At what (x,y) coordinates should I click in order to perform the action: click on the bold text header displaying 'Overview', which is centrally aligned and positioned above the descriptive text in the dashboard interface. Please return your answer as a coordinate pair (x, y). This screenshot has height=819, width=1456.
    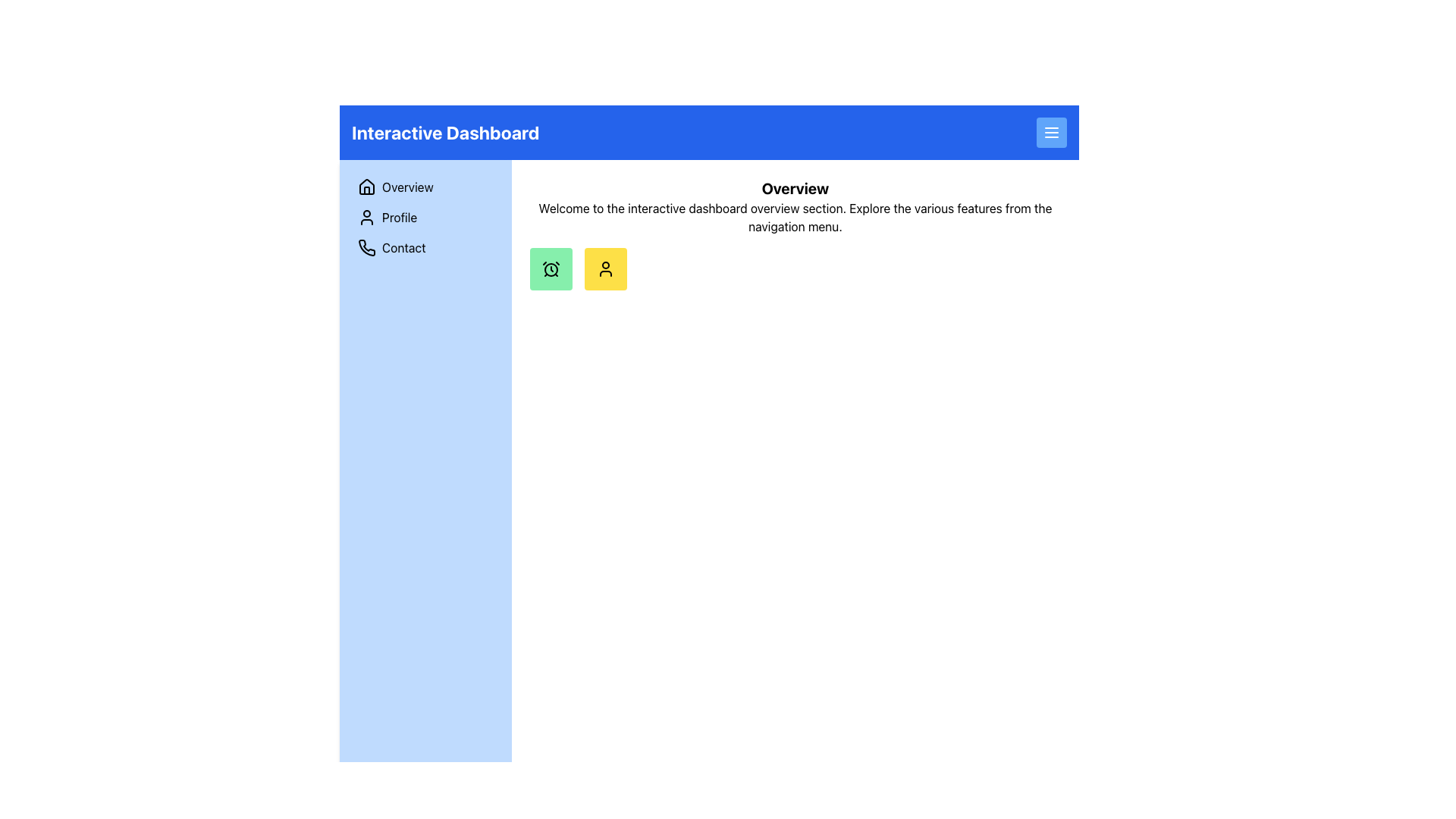
    Looking at the image, I should click on (794, 188).